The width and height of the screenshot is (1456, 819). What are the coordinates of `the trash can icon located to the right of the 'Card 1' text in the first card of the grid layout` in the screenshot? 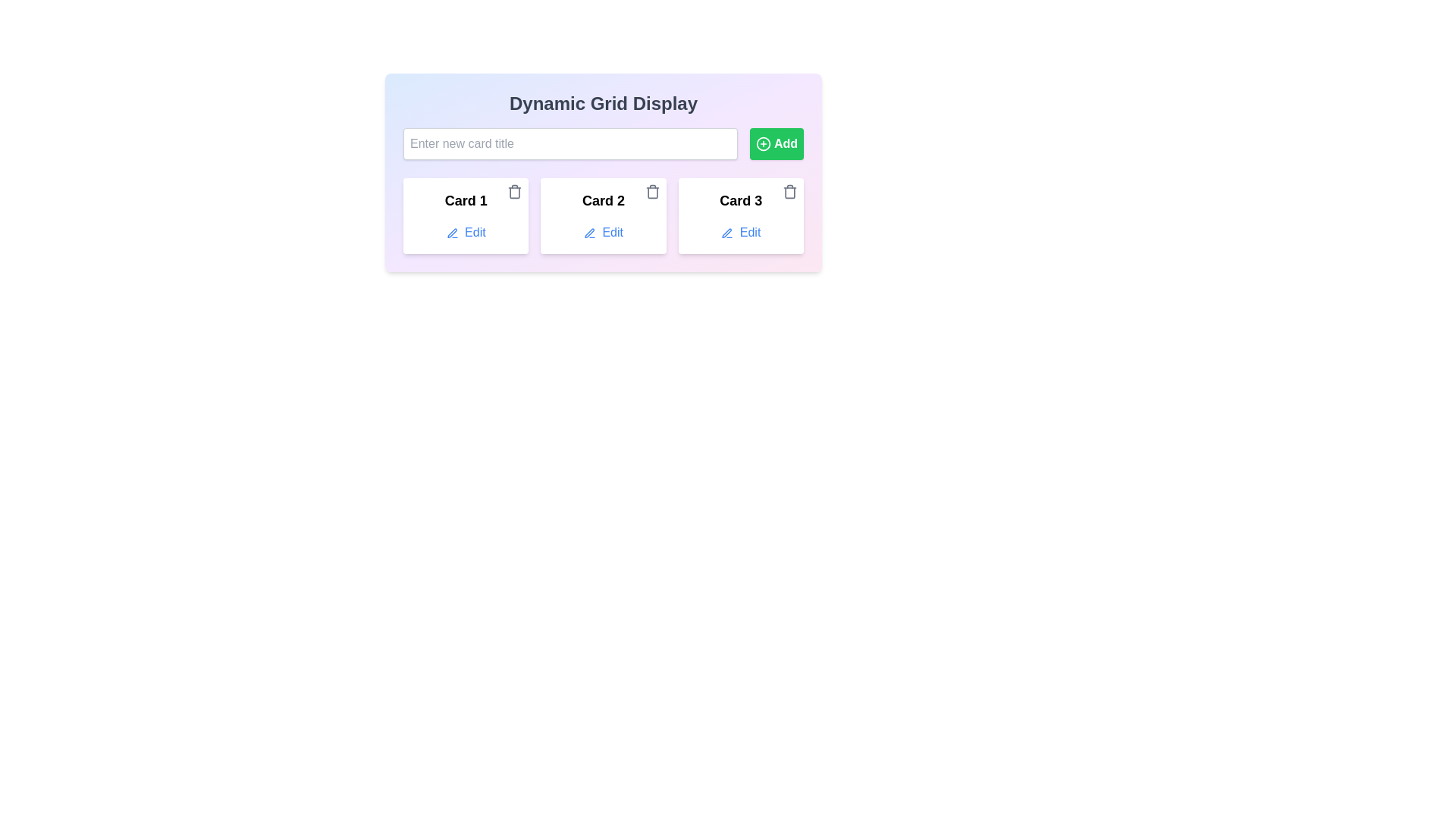 It's located at (515, 192).